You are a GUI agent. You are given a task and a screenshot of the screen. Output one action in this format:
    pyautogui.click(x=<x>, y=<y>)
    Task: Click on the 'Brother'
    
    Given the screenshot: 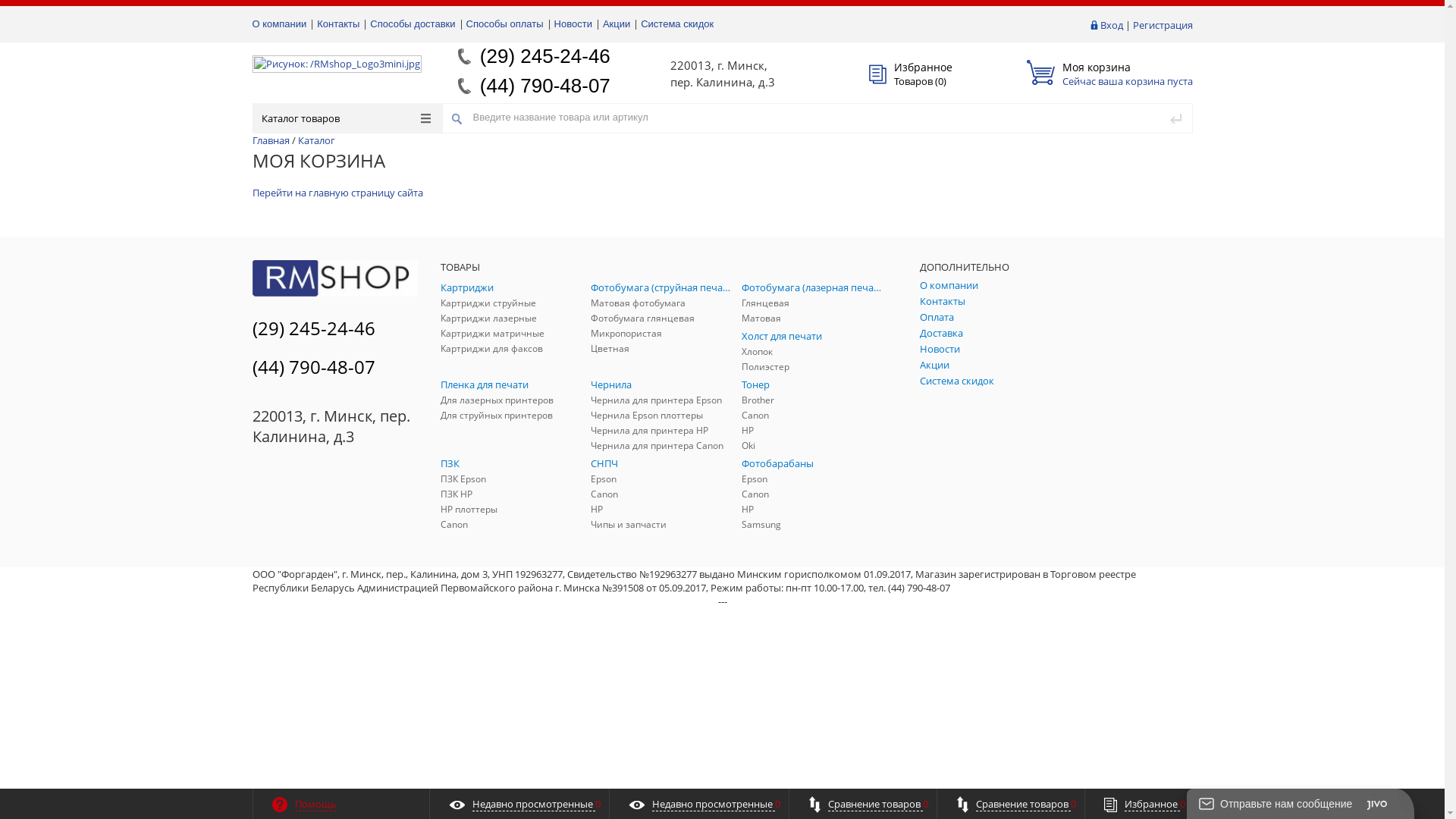 What is the action you would take?
    pyautogui.click(x=812, y=399)
    